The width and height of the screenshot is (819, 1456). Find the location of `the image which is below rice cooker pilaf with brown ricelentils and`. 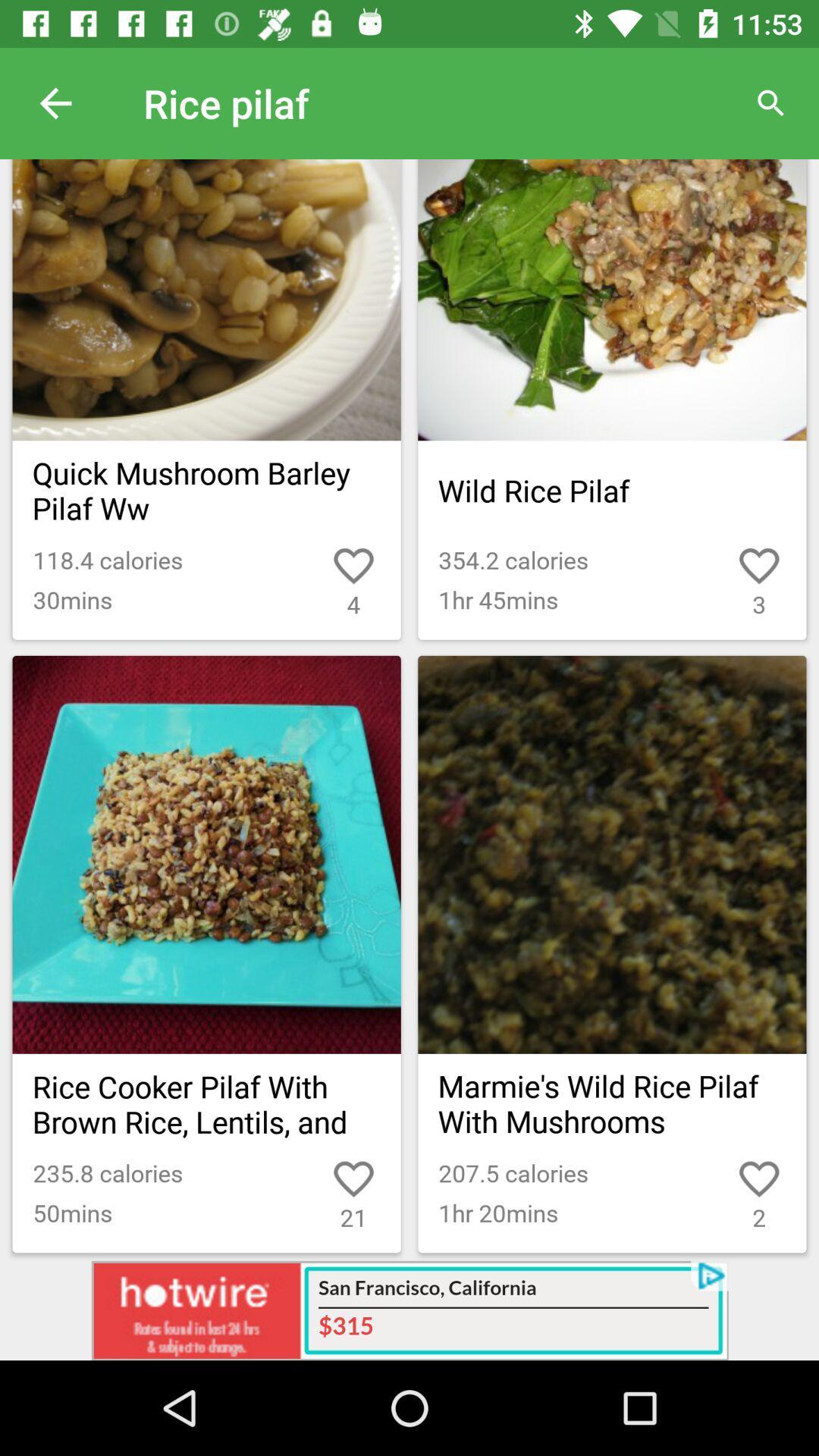

the image which is below rice cooker pilaf with brown ricelentils and is located at coordinates (207, 855).